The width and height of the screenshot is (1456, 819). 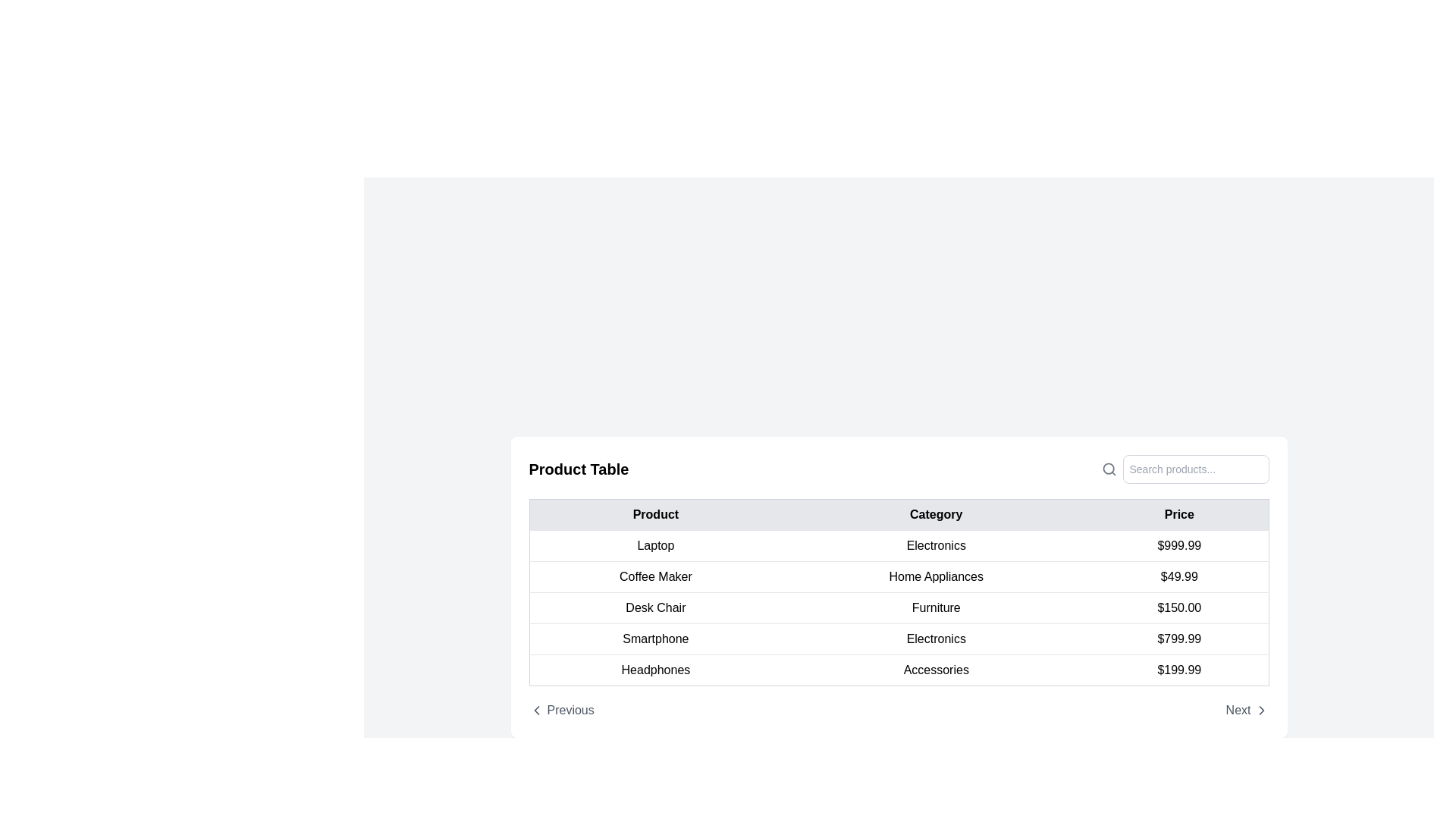 I want to click on the right-facing chevron icon button styled as an SVG, which is positioned in the bottom-right corner of the interface, so click(x=1261, y=710).